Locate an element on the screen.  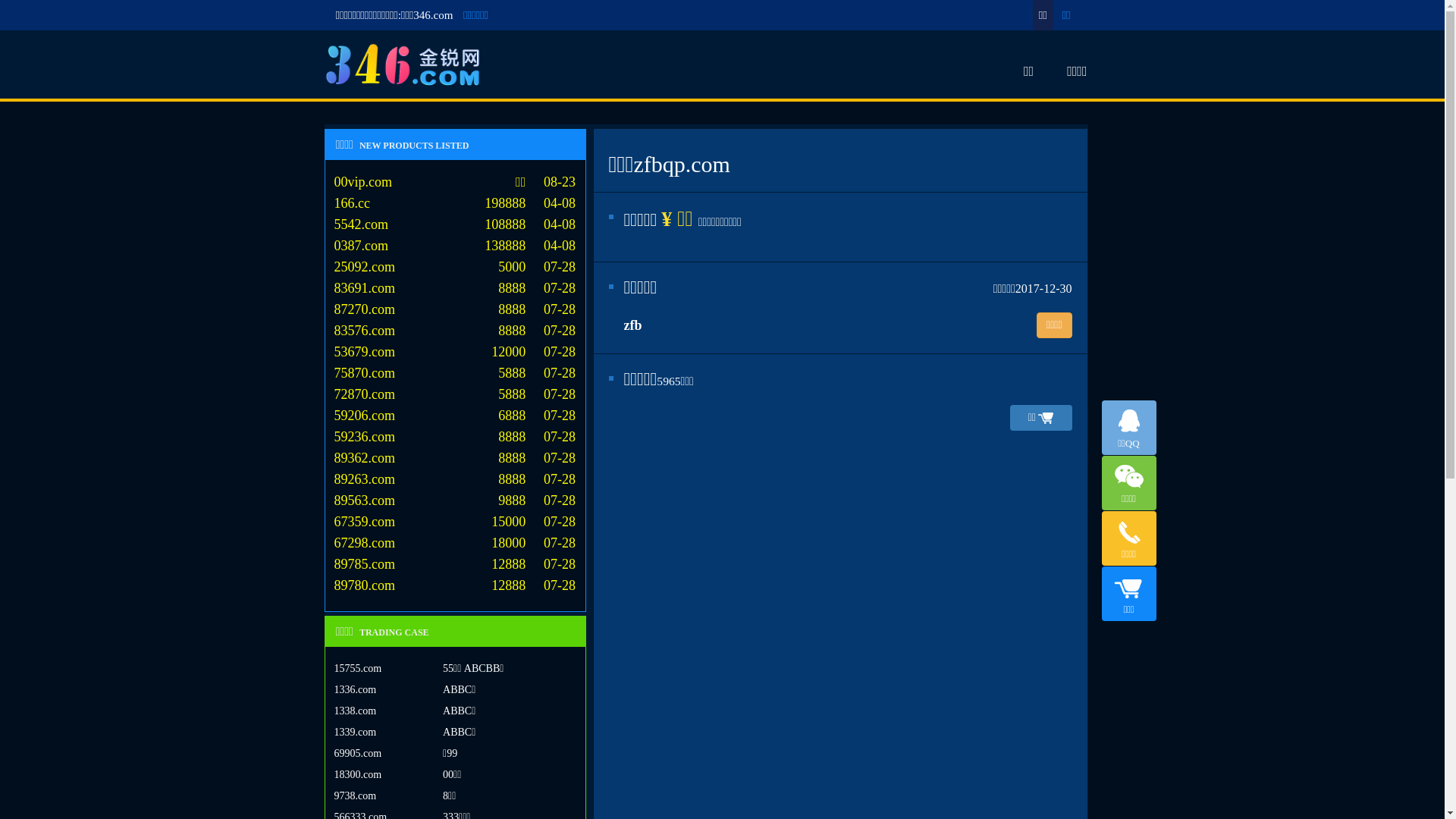
'89563.com 9888 07-28' is located at coordinates (453, 506).